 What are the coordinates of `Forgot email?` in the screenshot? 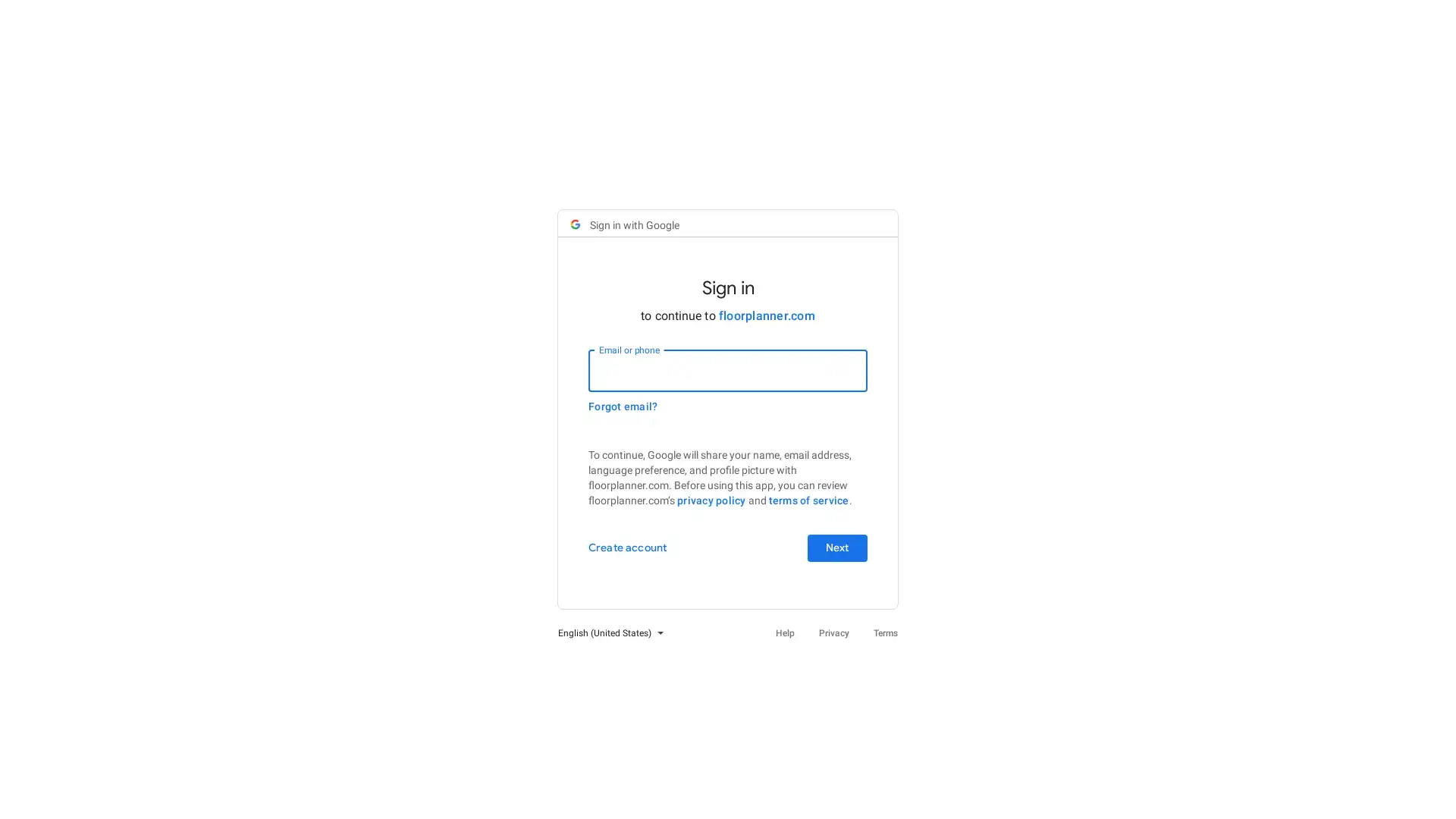 It's located at (623, 406).